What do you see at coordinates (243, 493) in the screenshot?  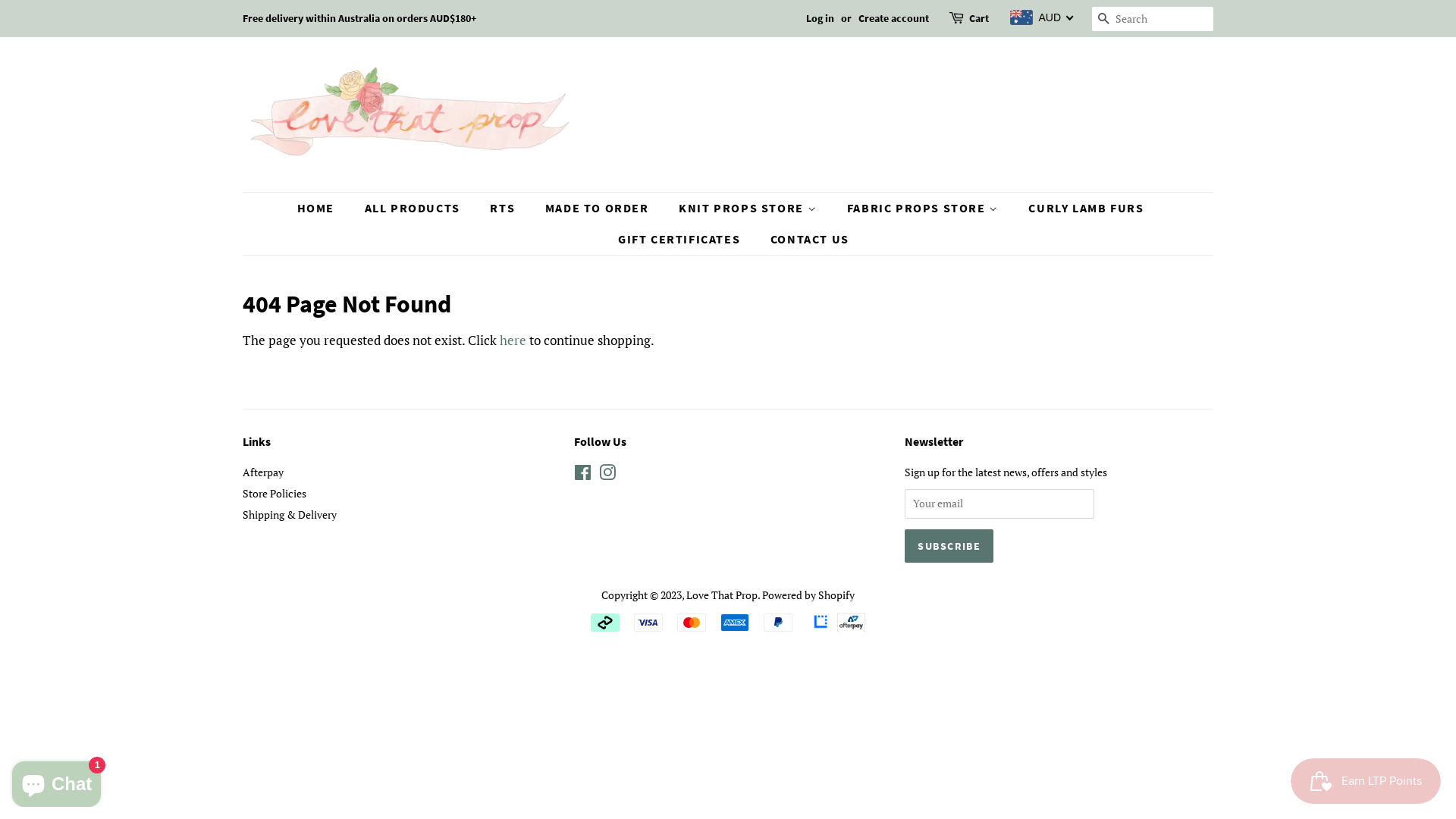 I see `'Store Policies'` at bounding box center [243, 493].